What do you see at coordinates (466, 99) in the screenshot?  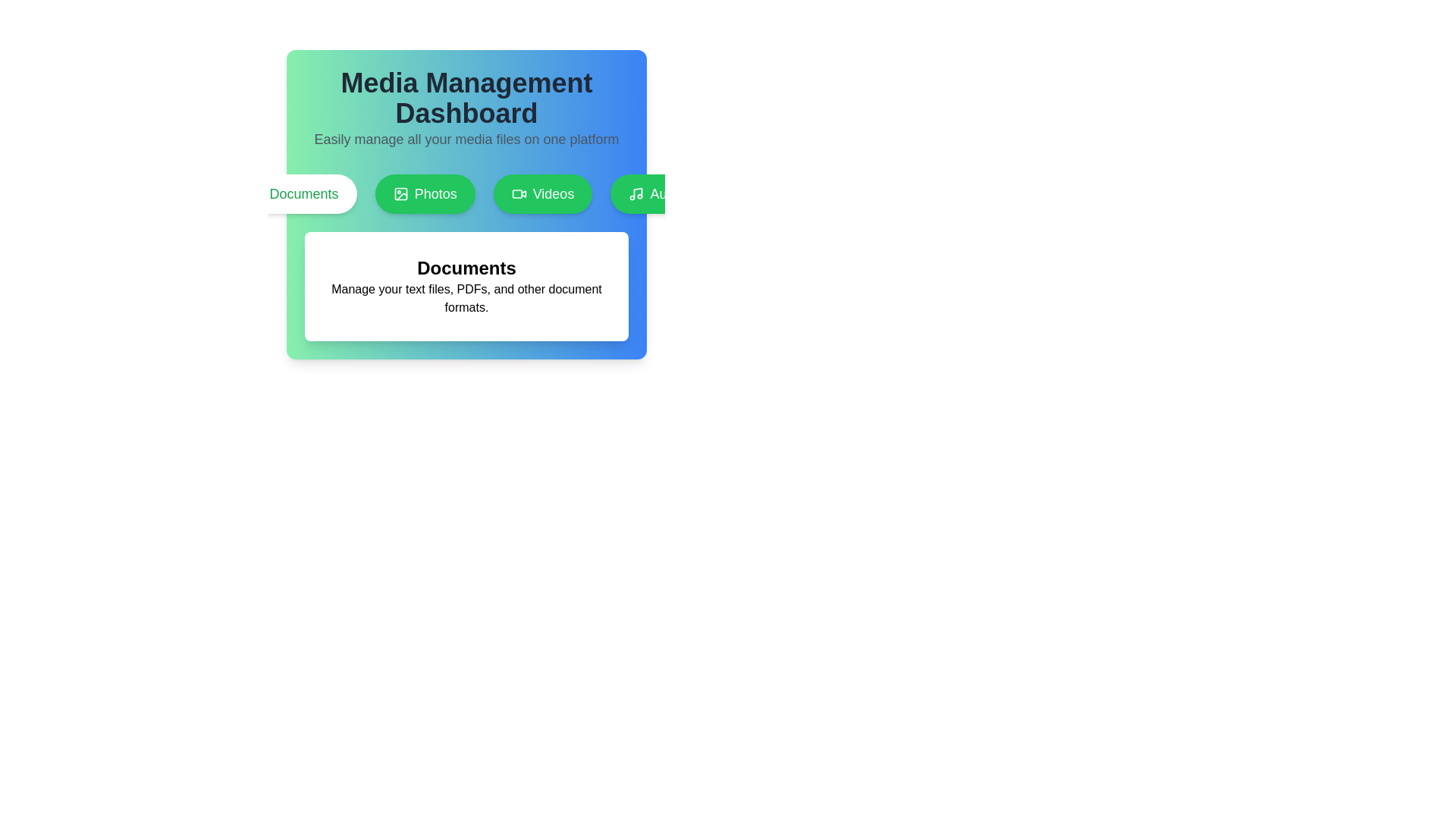 I see `the header text element, which serves as the title for the interface and is positioned above the tagline` at bounding box center [466, 99].